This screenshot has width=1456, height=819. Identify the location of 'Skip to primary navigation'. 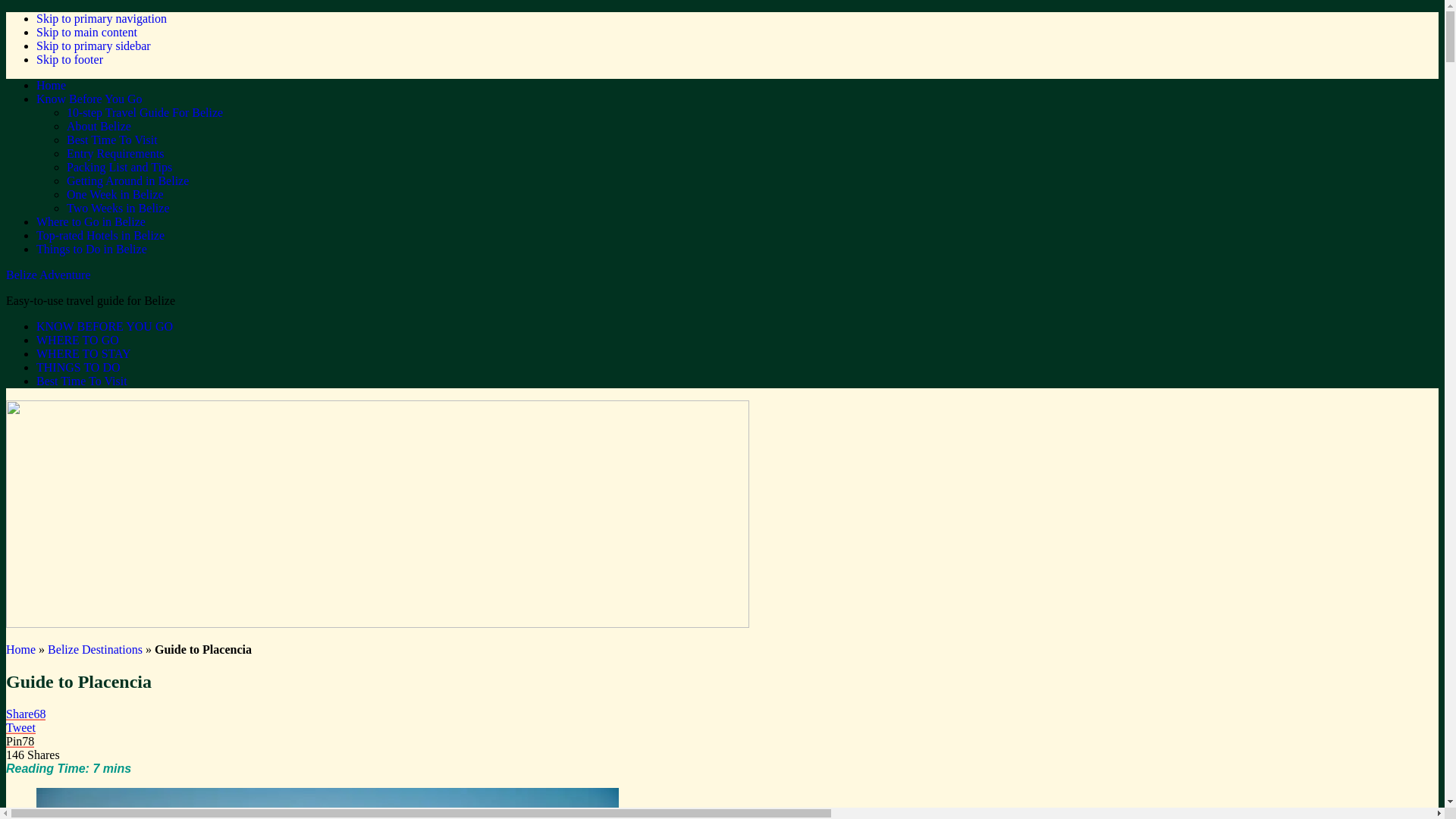
(101, 18).